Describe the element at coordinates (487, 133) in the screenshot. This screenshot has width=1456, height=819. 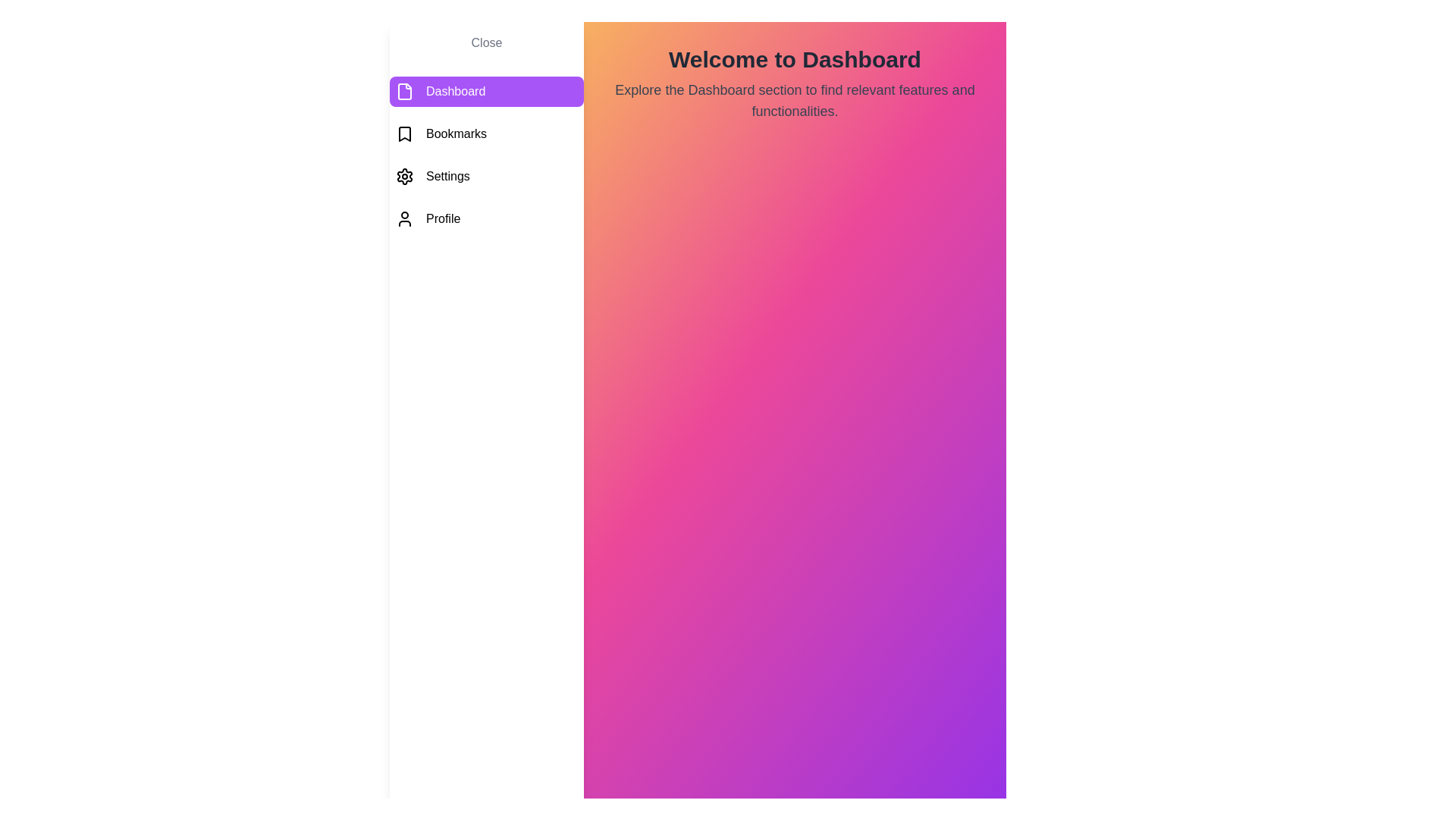
I see `the Bookmarks tab from the menu` at that location.